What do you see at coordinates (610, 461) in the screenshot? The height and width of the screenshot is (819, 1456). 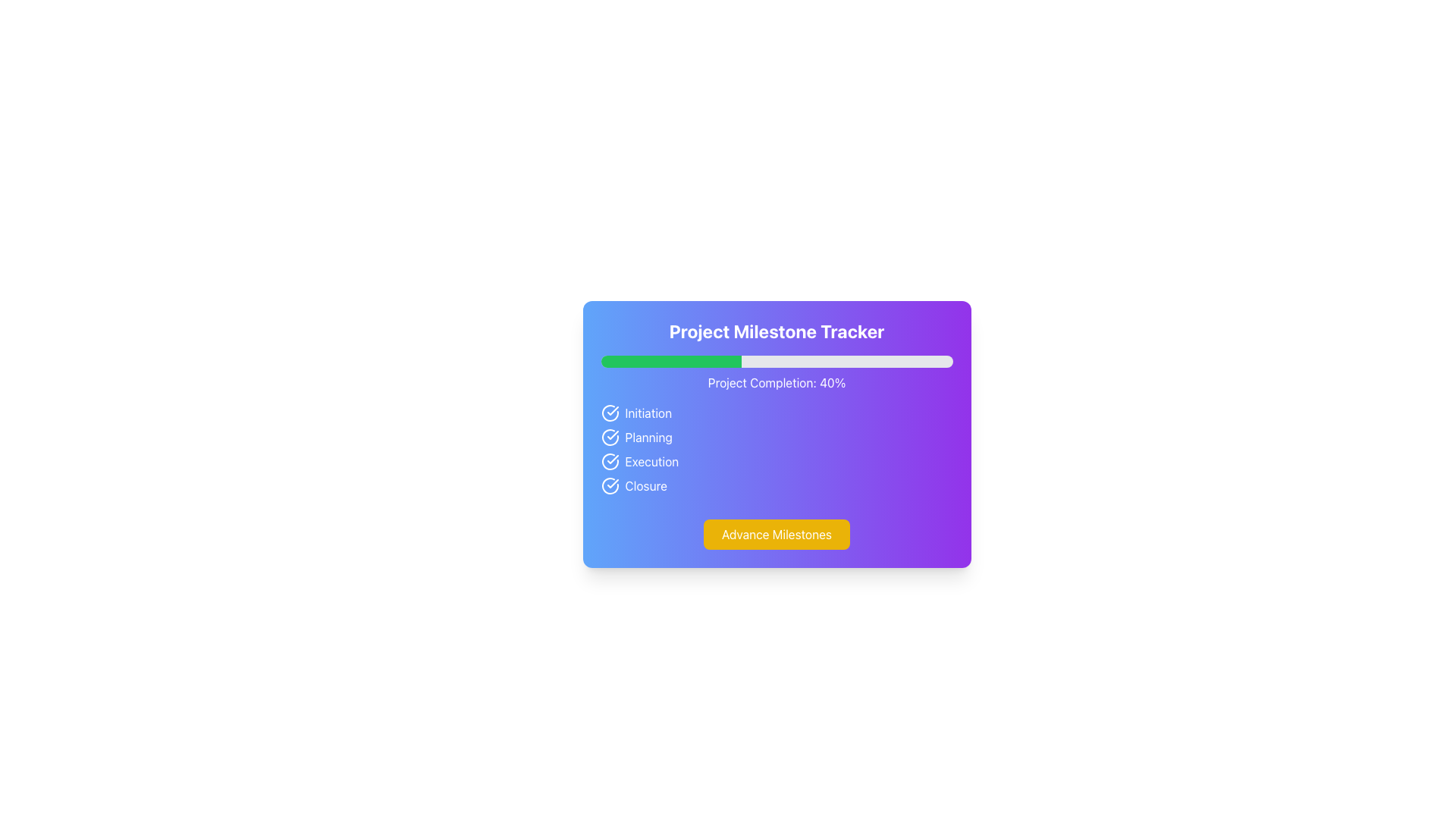 I see `the completion status icon for the 'Execution' milestone, which is the third icon in a vertical sequence of four icons` at bounding box center [610, 461].